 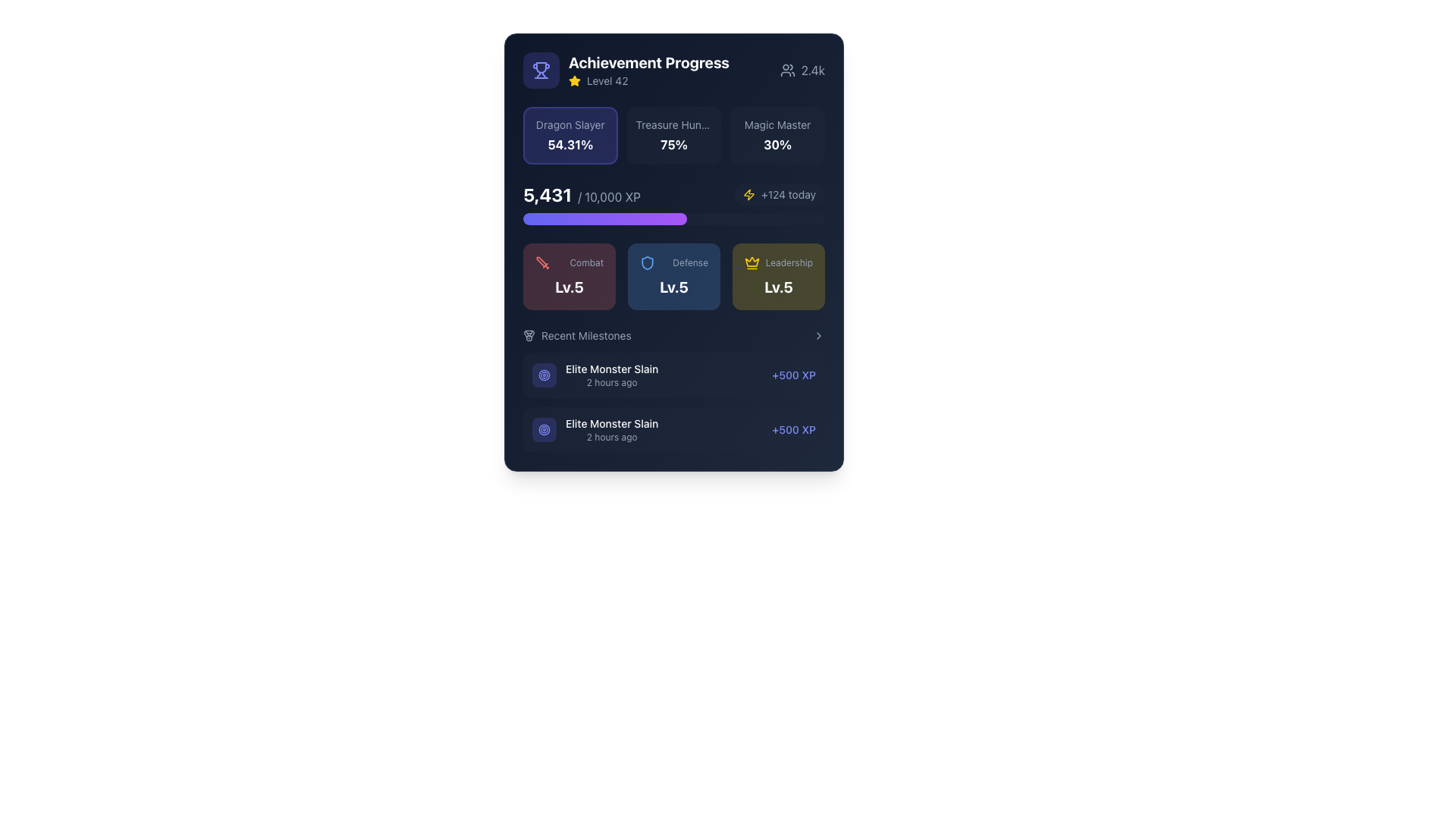 What do you see at coordinates (673, 262) in the screenshot?
I see `the 'Defense' text label styled in light gray, located next to a blue shield icon within a card-like component` at bounding box center [673, 262].